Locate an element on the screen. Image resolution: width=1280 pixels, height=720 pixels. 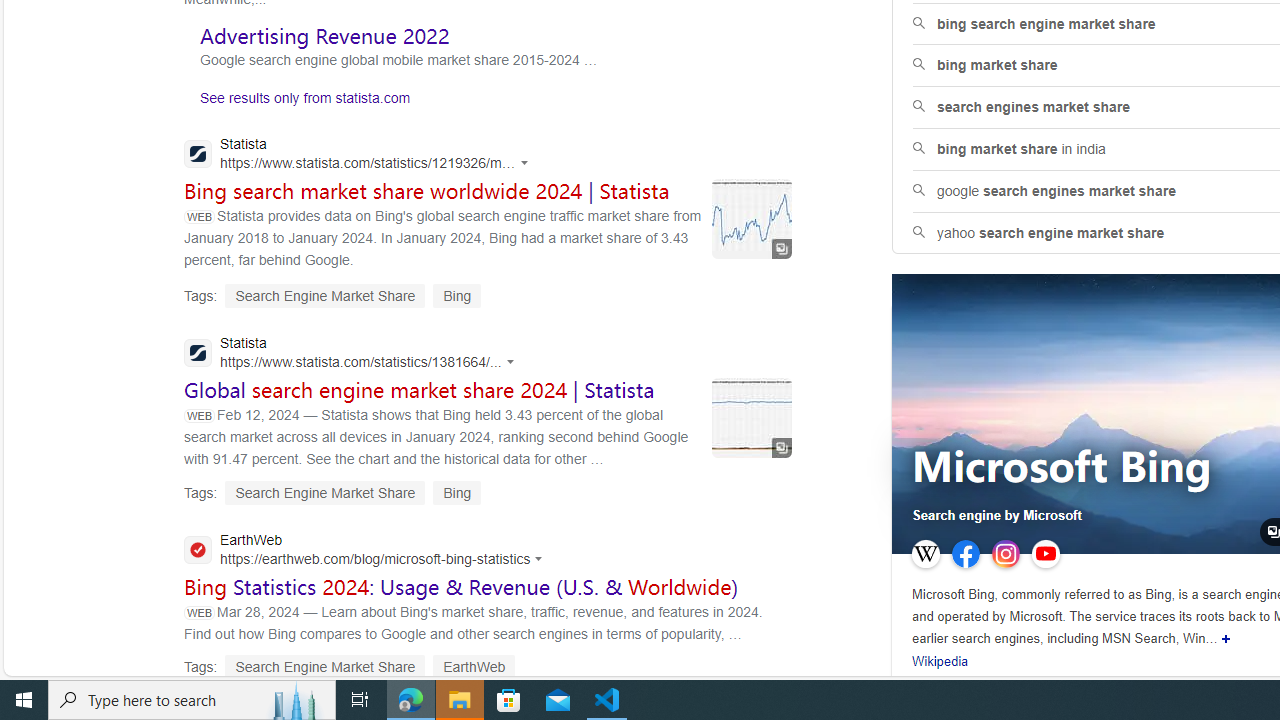
'Global search engine market share 2024 | Statista' is located at coordinates (418, 390).